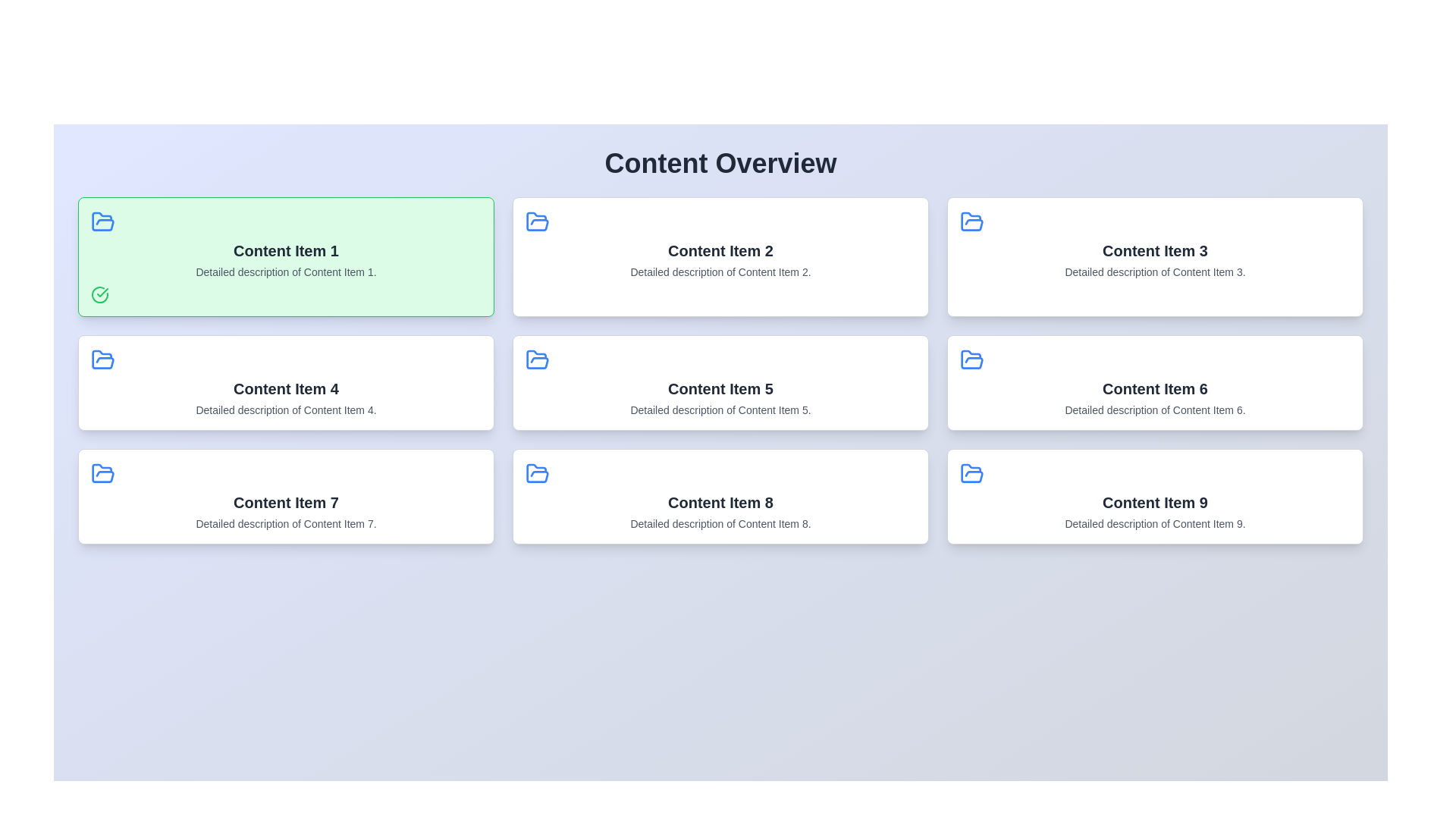 This screenshot has width=1456, height=819. Describe the element at coordinates (720, 250) in the screenshot. I see `title text of the second content item card in the first row of the grid layout, which is represented by the static text element` at that location.